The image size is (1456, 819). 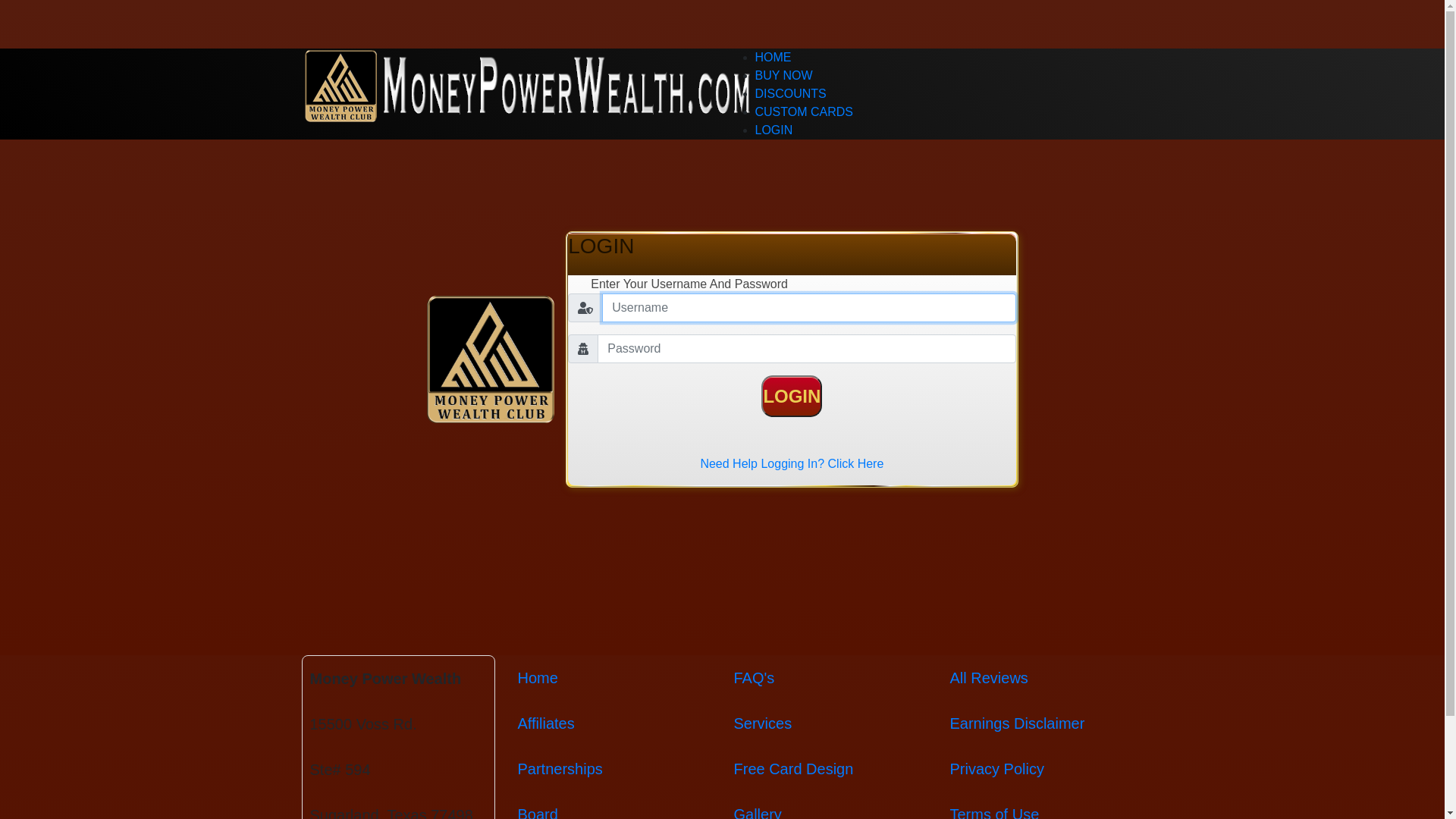 What do you see at coordinates (545, 722) in the screenshot?
I see `'Affiliates'` at bounding box center [545, 722].